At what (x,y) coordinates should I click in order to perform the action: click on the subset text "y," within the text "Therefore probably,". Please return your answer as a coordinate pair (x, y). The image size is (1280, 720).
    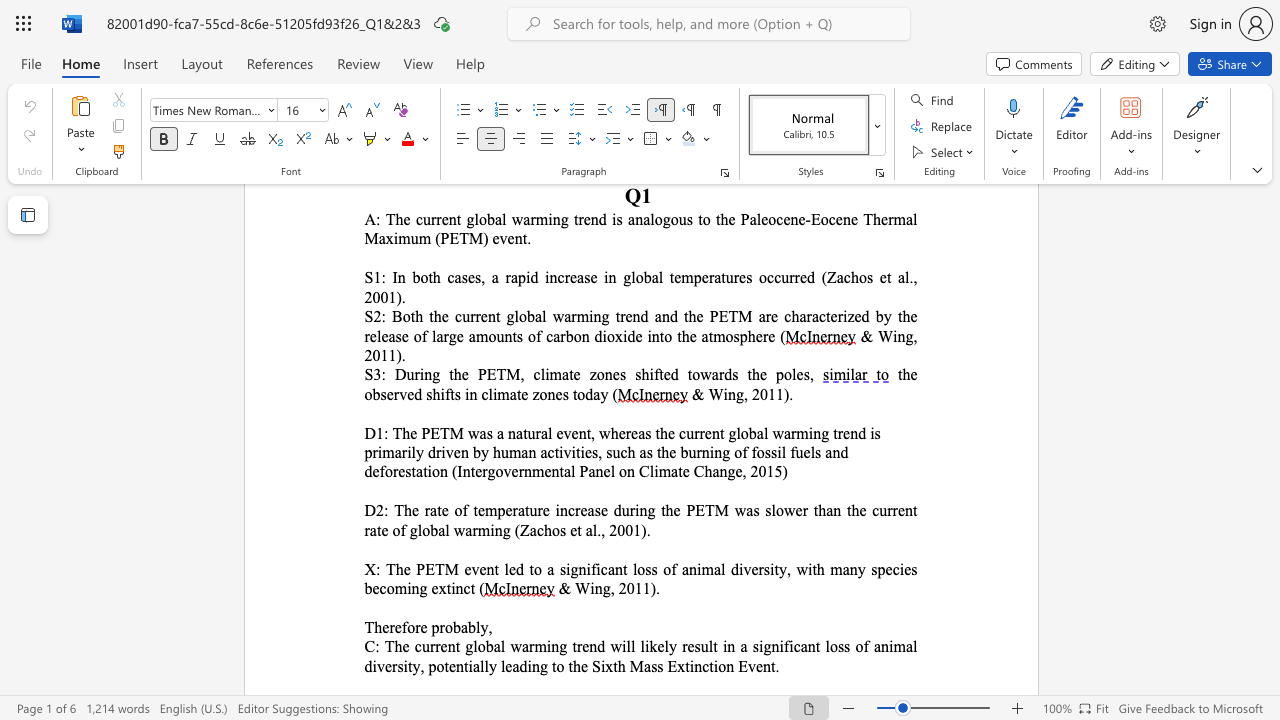
    Looking at the image, I should click on (480, 626).